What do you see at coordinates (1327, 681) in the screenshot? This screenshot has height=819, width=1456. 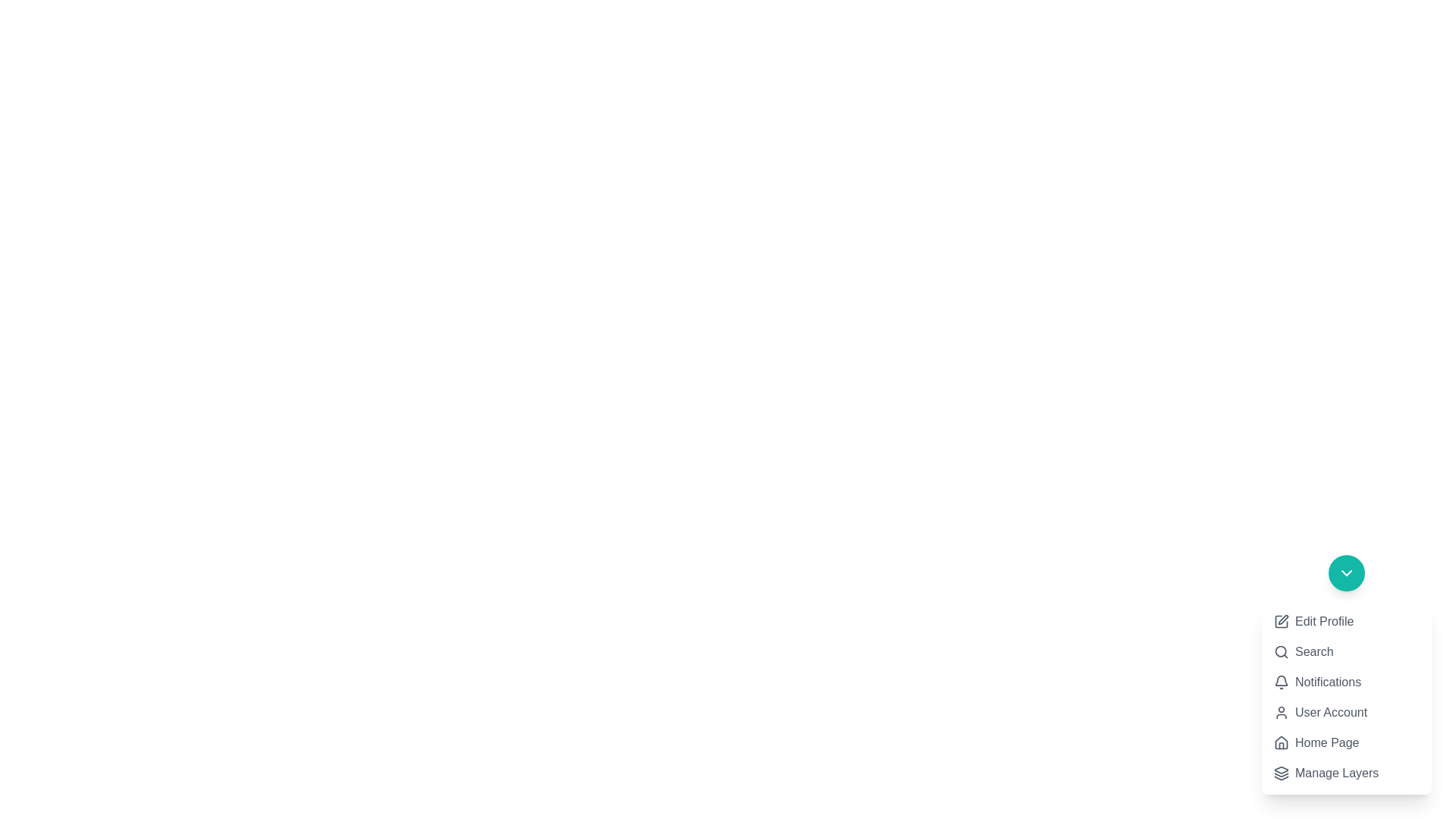 I see `the 'Notifications' text label in the dropdown menu, which is the third option in a vertical list and is styled in medium gray sans-serif font` at bounding box center [1327, 681].